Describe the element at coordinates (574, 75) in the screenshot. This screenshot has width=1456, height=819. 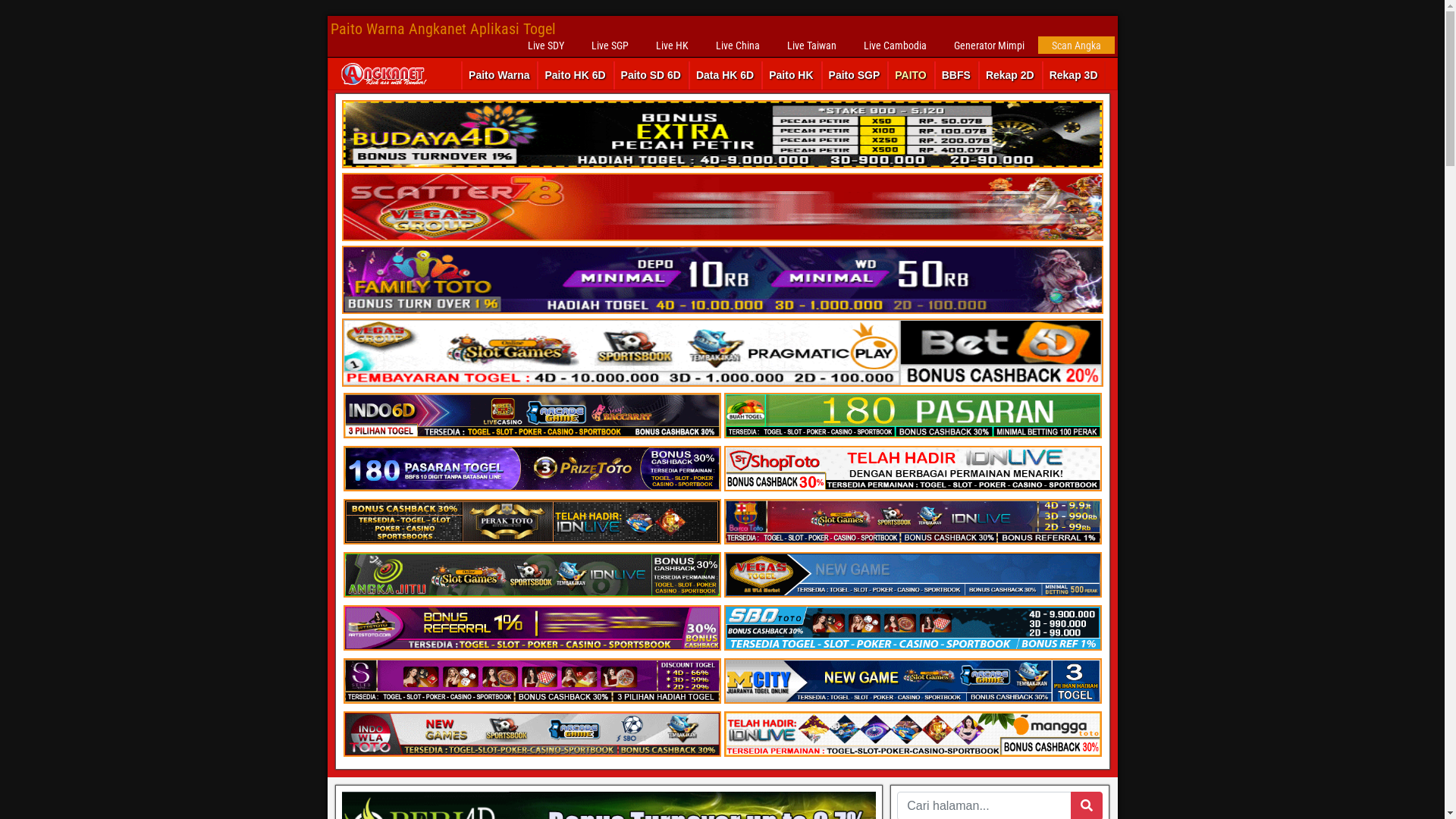
I see `'Paito HK 6D'` at that location.